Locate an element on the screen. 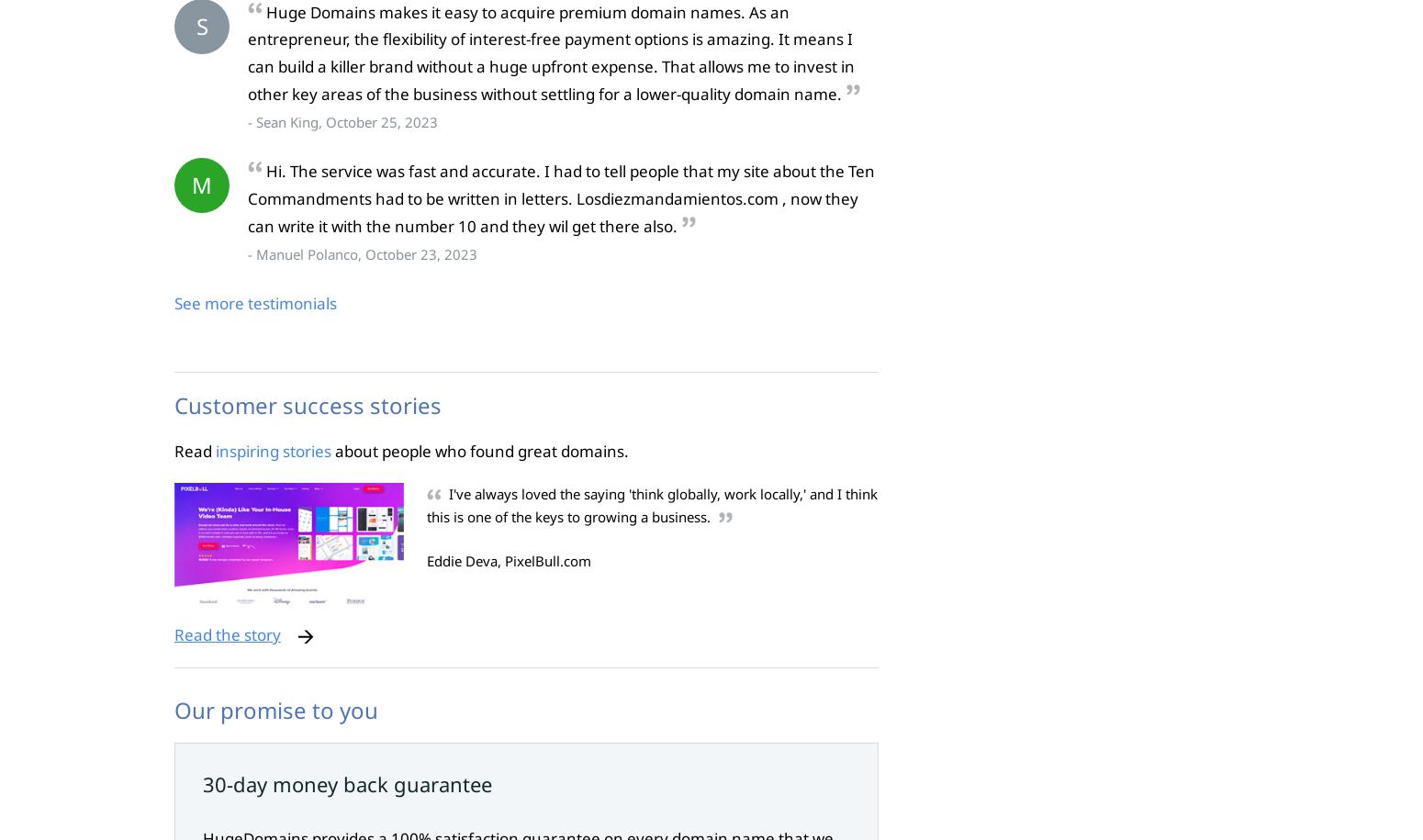  'S' is located at coordinates (200, 25).